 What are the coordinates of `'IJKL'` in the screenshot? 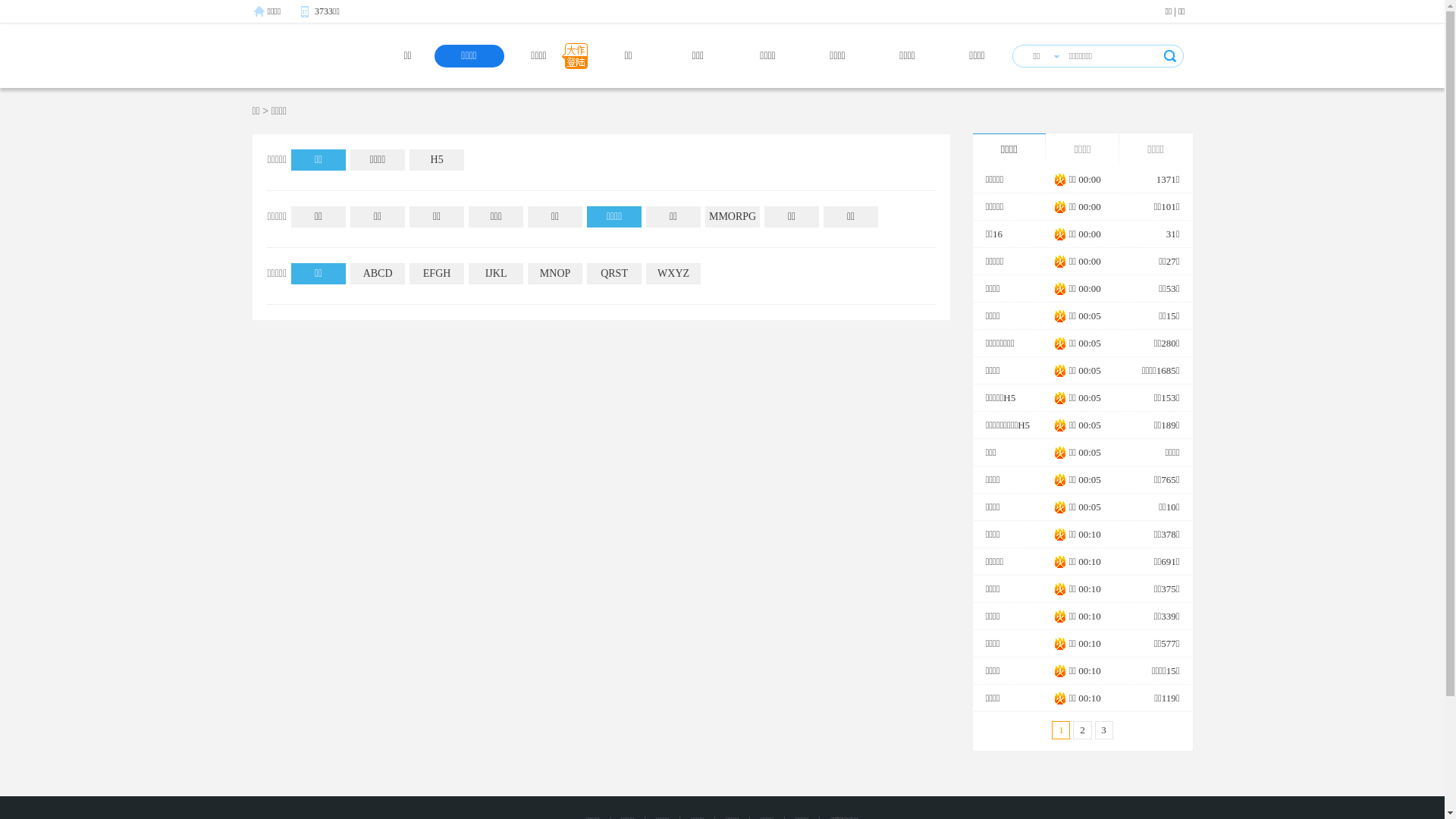 It's located at (495, 274).